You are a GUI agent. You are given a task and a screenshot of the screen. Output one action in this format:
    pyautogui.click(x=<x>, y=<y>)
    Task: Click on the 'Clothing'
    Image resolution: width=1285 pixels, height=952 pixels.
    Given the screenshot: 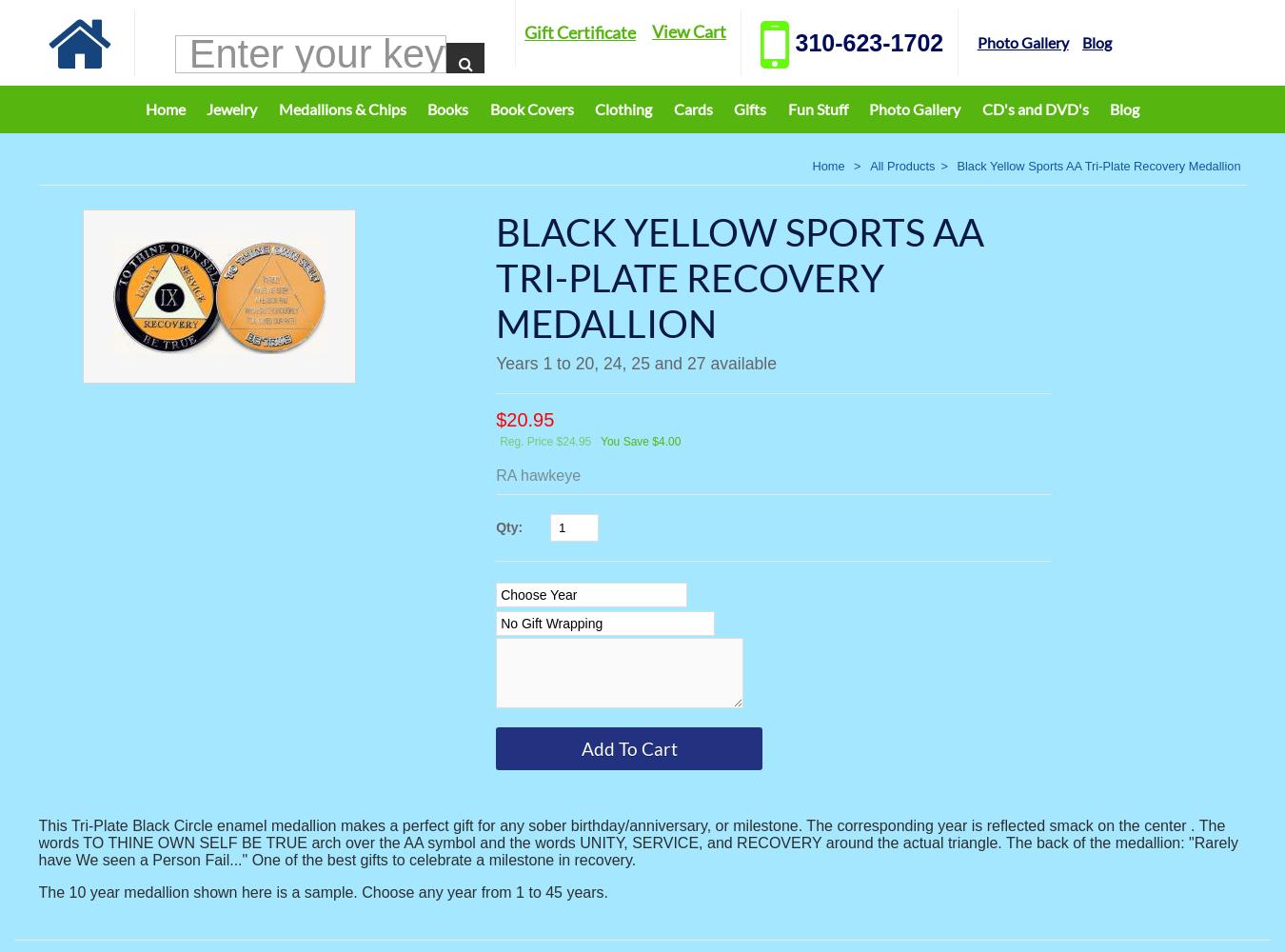 What is the action you would take?
    pyautogui.click(x=623, y=108)
    